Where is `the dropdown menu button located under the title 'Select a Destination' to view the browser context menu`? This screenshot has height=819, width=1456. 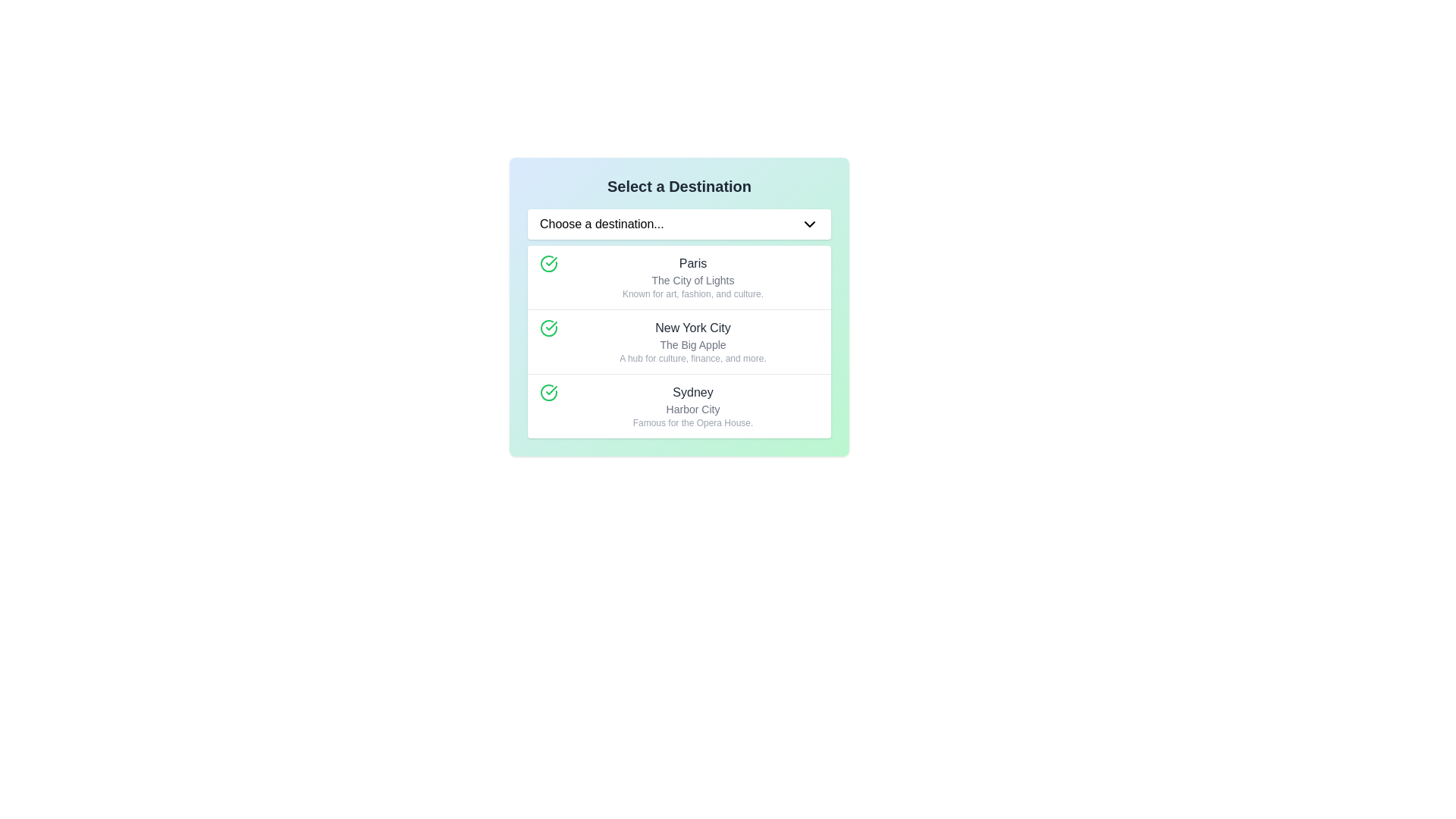 the dropdown menu button located under the title 'Select a Destination' to view the browser context menu is located at coordinates (679, 224).